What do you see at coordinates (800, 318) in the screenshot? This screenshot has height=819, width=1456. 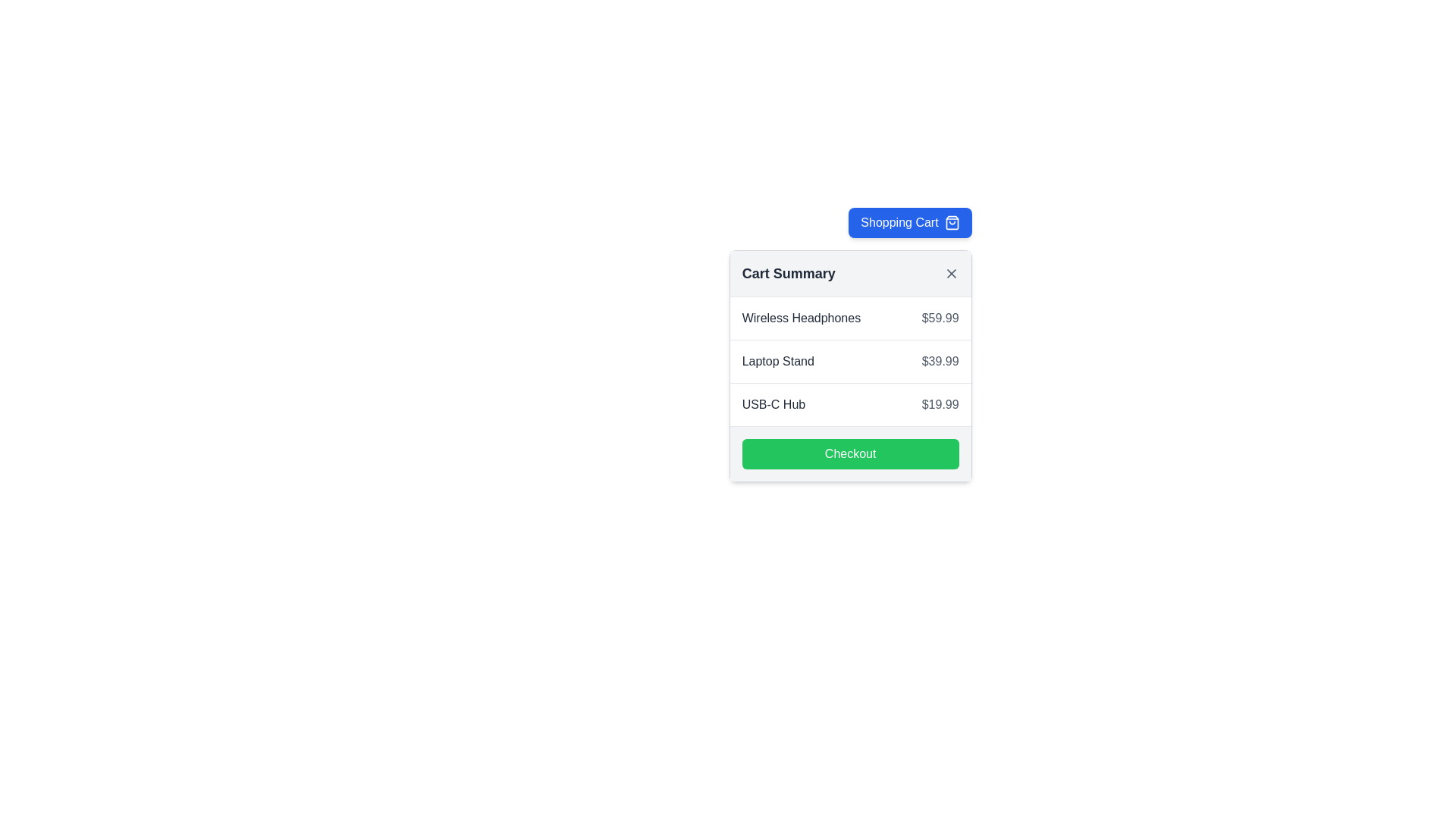 I see `the text label displaying 'Wireless Headphones' located in the 'Cart Summary' section, aligned to the left of the price label '$59.99'` at bounding box center [800, 318].